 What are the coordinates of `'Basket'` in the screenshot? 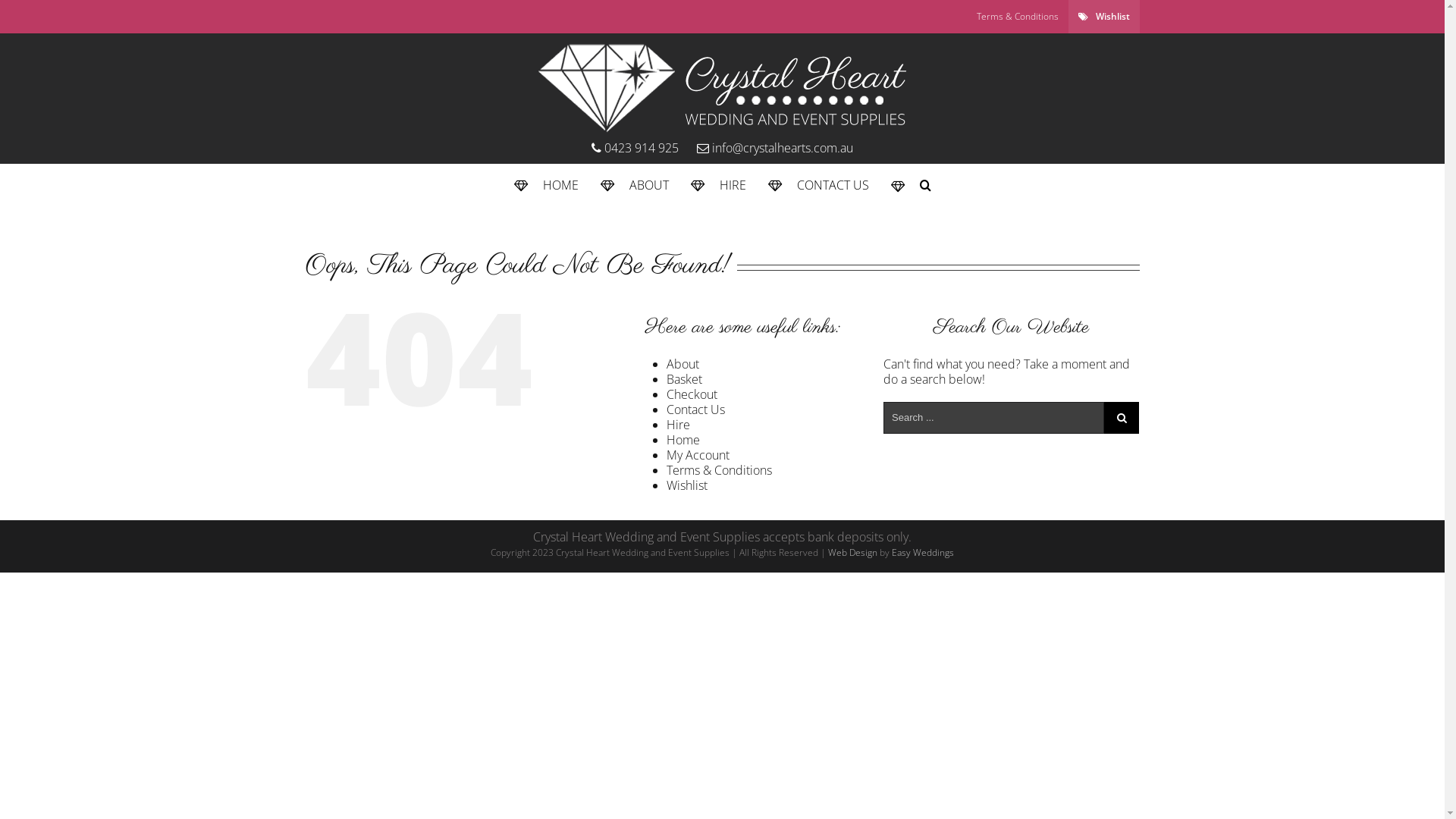 It's located at (683, 378).